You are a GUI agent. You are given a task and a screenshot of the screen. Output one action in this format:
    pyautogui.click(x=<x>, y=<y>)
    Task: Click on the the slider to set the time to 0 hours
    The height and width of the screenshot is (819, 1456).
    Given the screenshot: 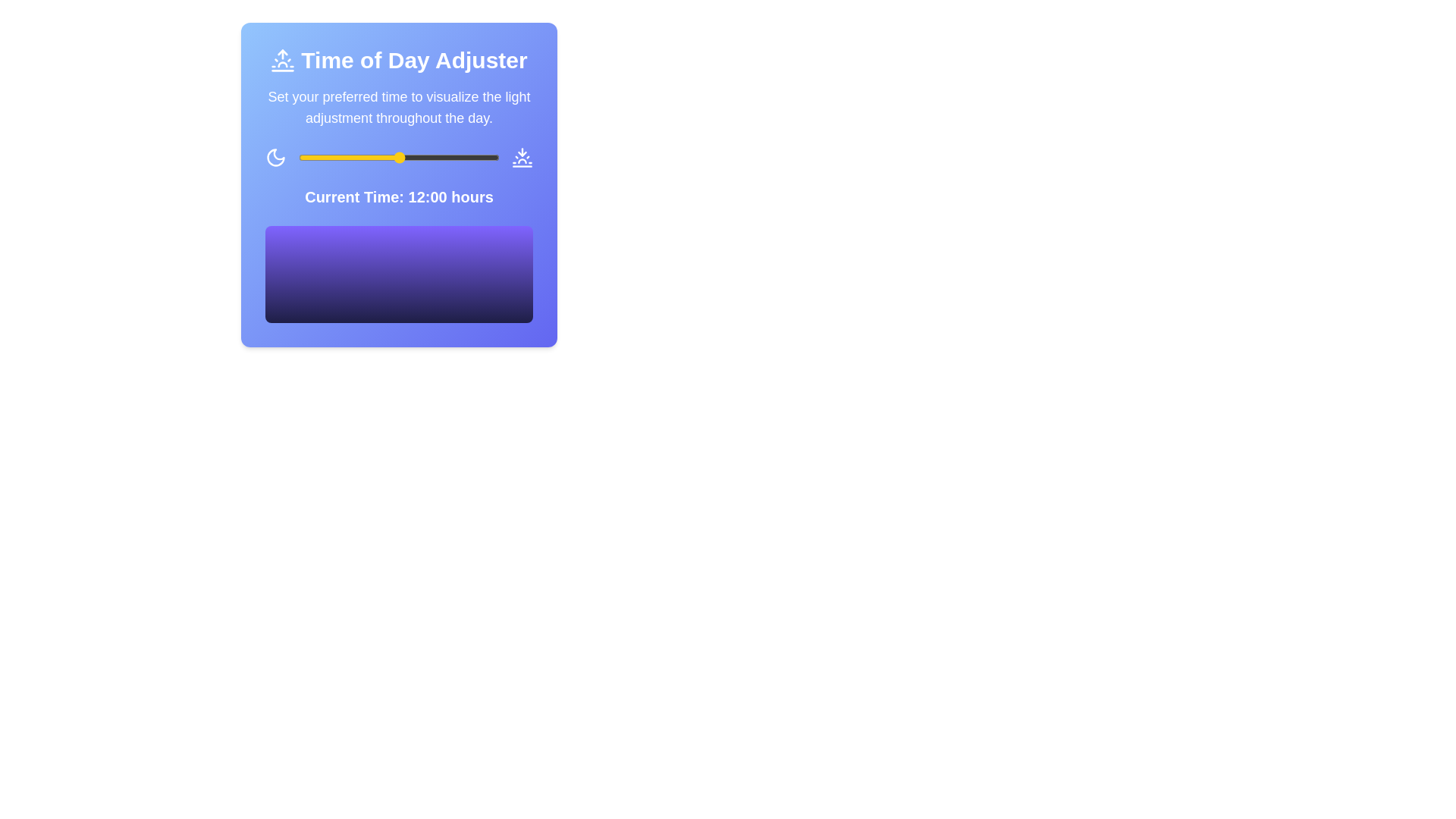 What is the action you would take?
    pyautogui.click(x=298, y=158)
    